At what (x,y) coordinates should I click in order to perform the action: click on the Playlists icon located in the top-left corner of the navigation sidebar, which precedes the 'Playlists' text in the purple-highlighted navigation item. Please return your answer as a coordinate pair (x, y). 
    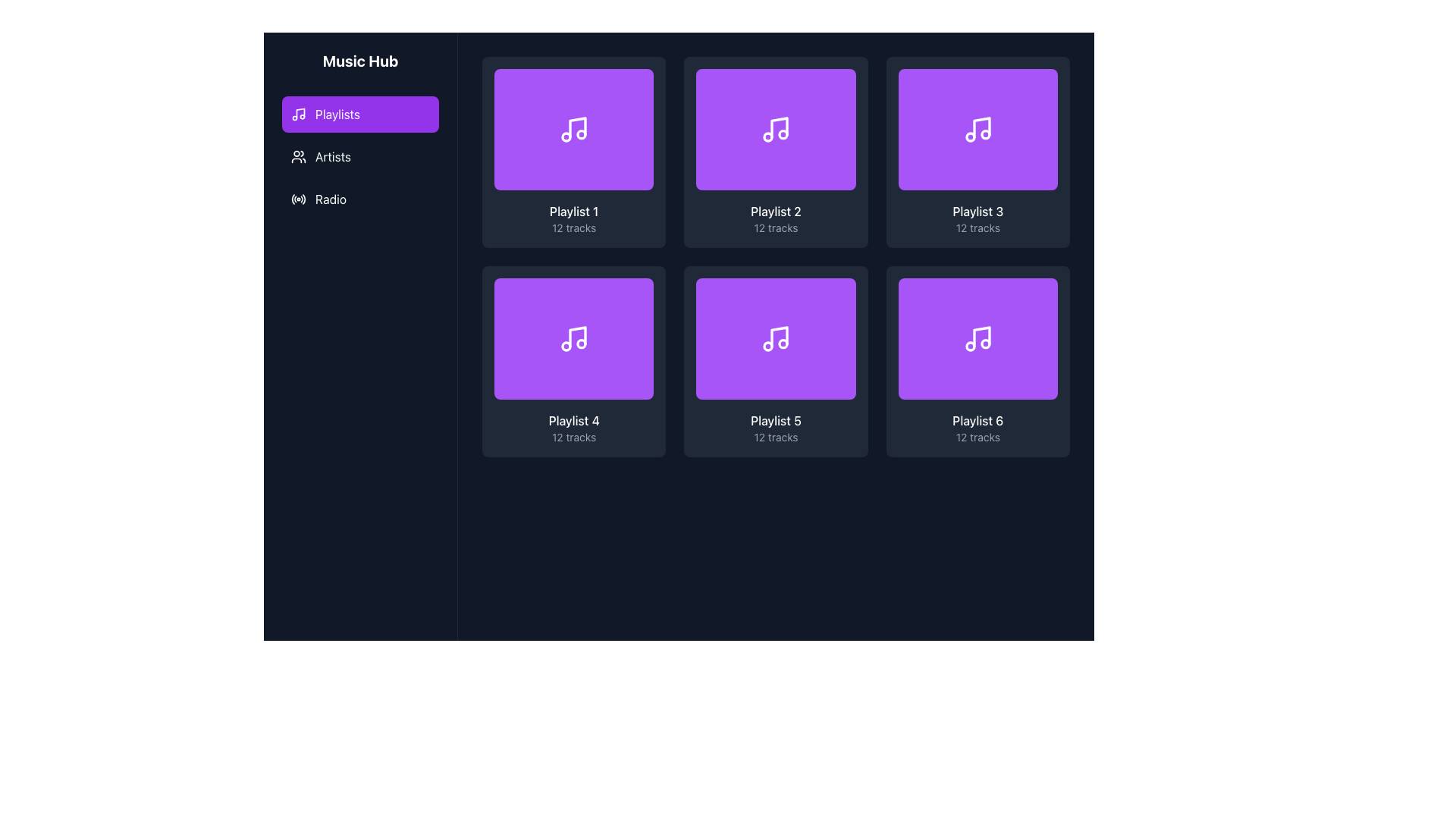
    Looking at the image, I should click on (298, 113).